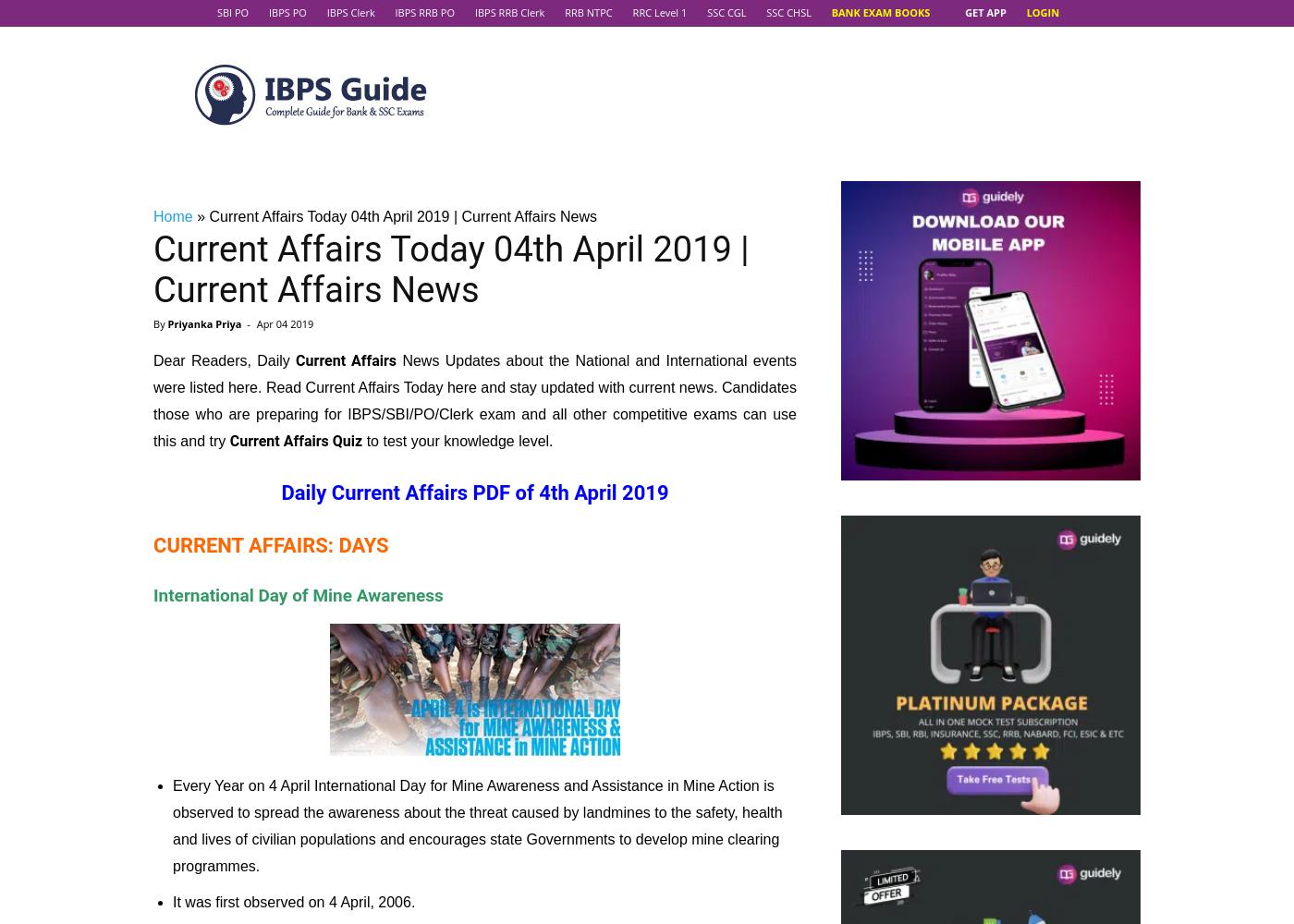  What do you see at coordinates (268, 139) in the screenshot?
I see `'CURRENT AFFAIRS: MOU'` at bounding box center [268, 139].